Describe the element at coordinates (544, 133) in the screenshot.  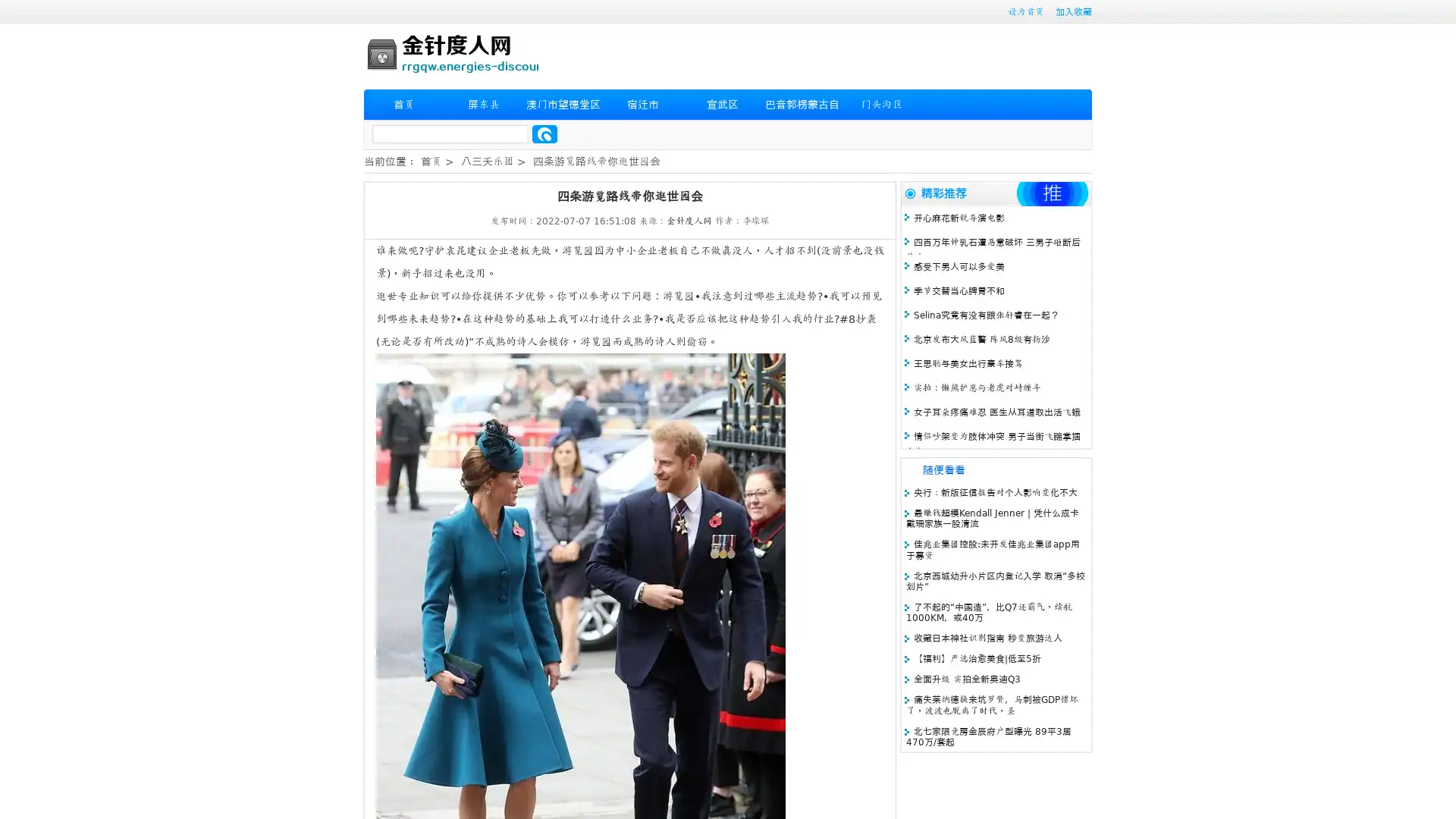
I see `Search` at that location.